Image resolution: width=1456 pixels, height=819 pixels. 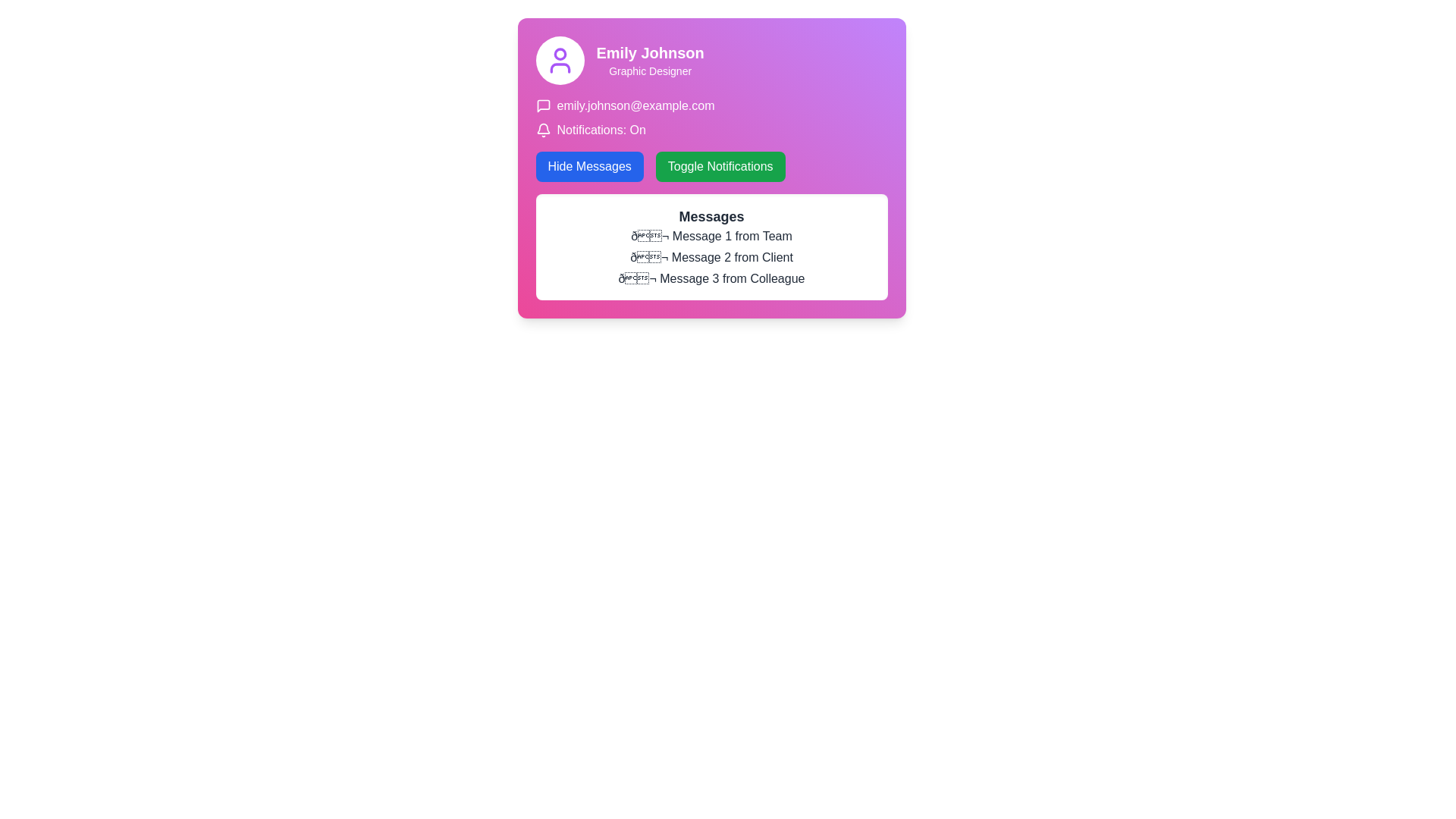 I want to click on the button that hides specific messages, so click(x=588, y=166).